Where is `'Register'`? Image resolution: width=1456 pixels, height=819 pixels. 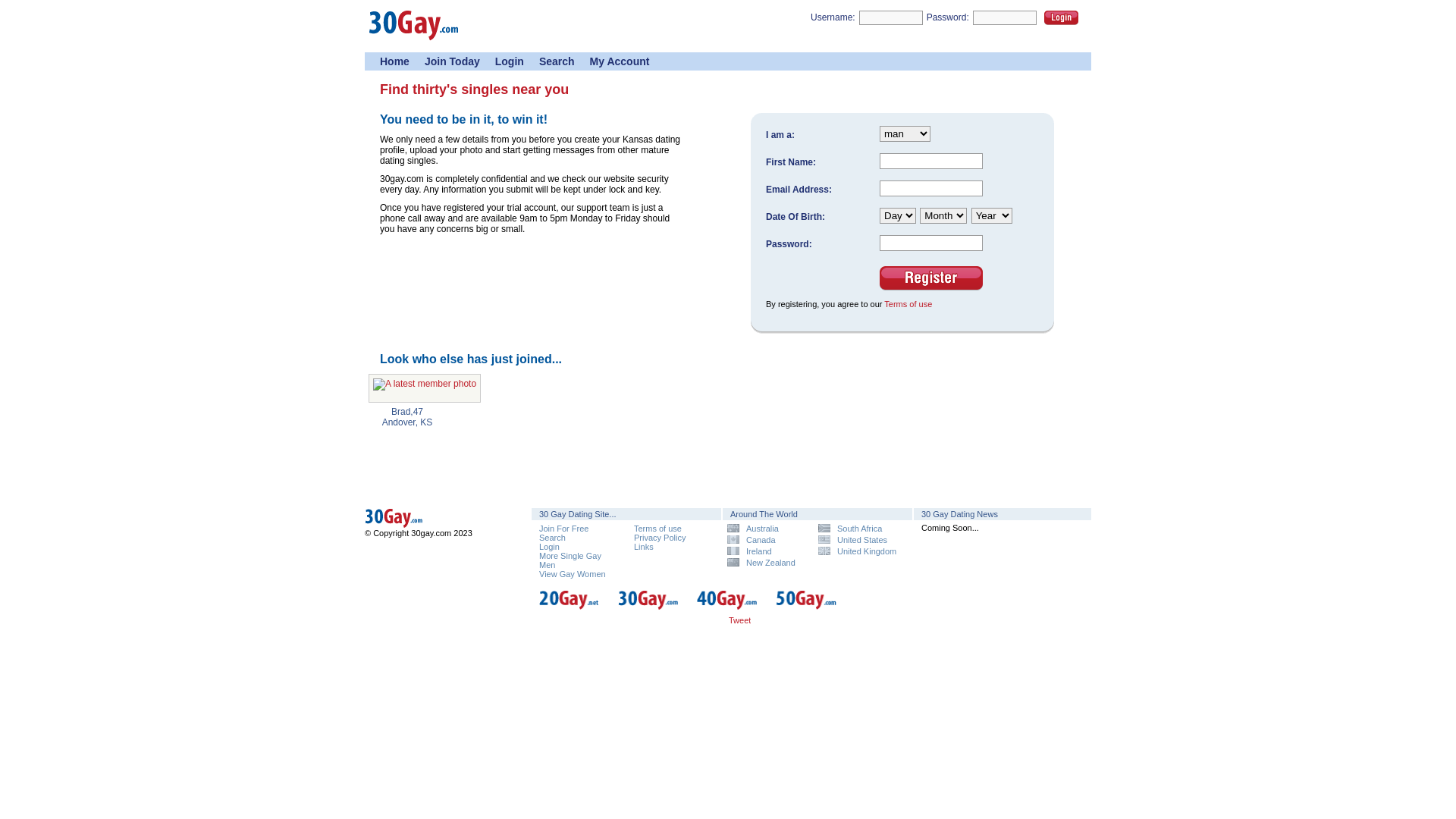
'Register' is located at coordinates (930, 278).